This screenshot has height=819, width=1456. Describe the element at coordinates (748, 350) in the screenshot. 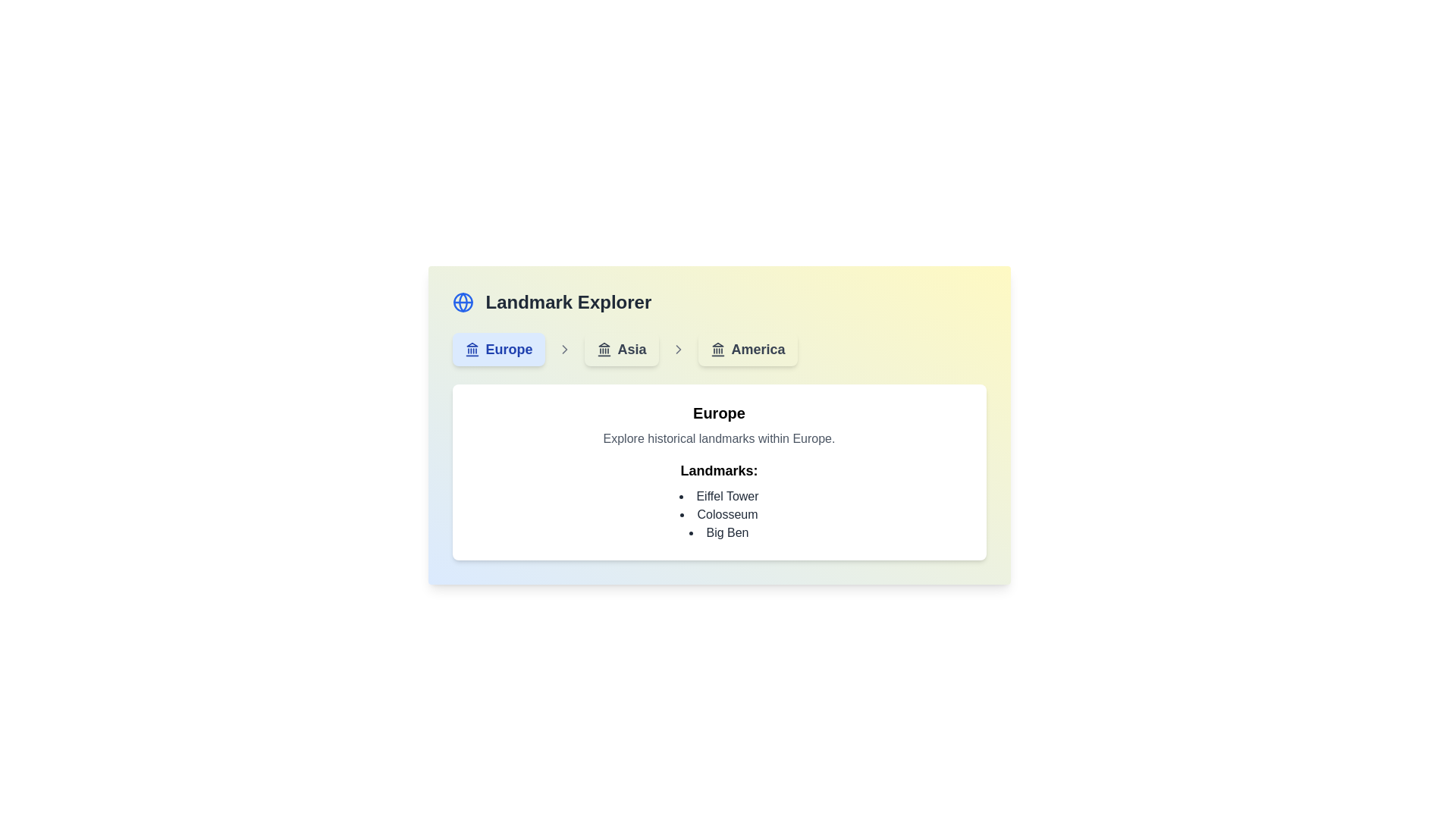

I see `the third navigation button labeled 'America' in the horizontal navigation bar` at that location.